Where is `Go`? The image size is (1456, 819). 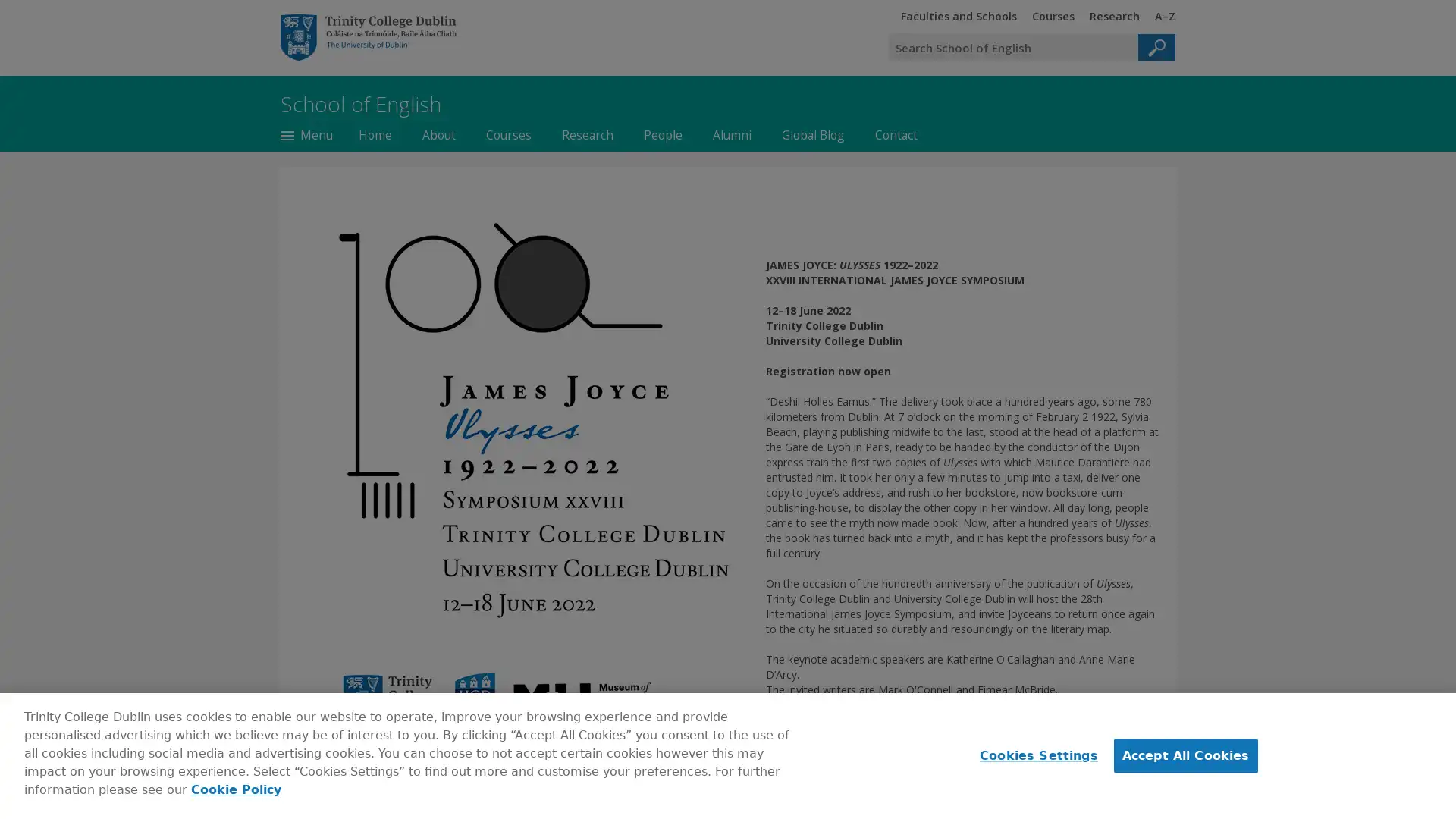 Go is located at coordinates (1156, 46).